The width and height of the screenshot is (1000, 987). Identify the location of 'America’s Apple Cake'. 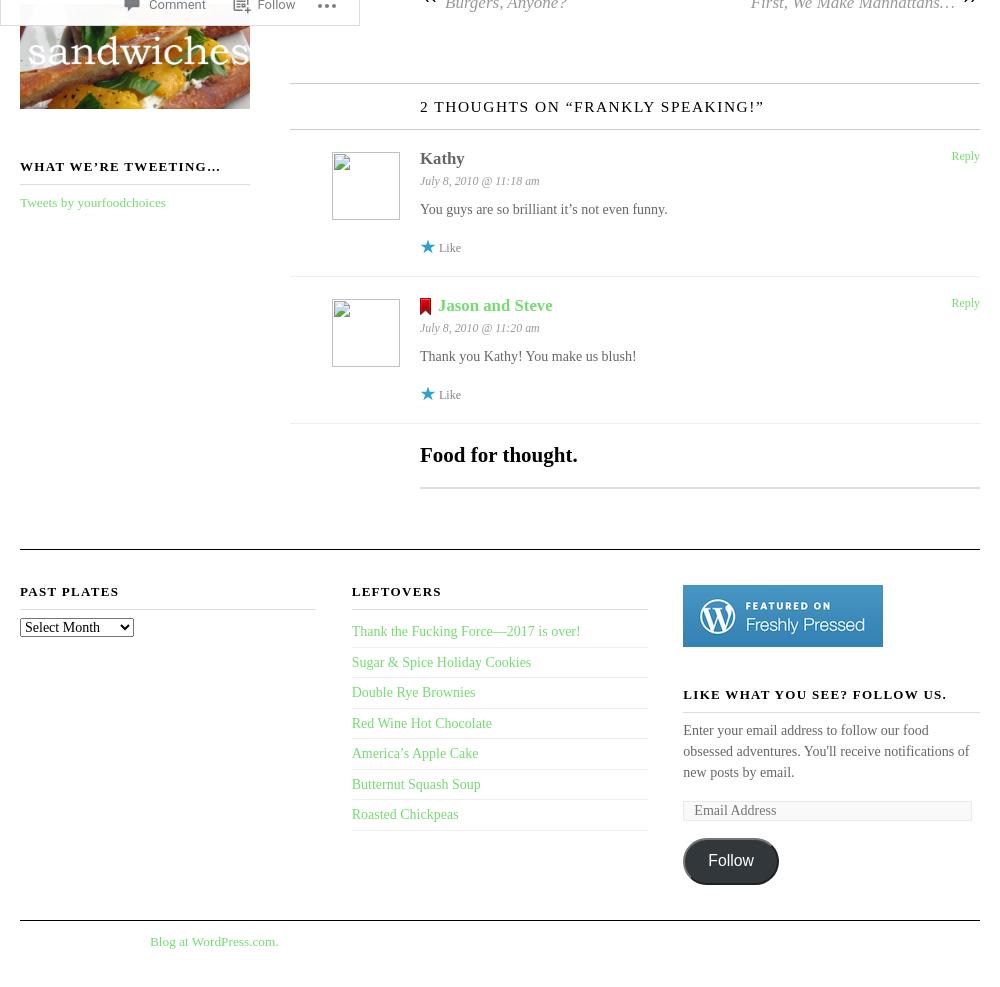
(414, 752).